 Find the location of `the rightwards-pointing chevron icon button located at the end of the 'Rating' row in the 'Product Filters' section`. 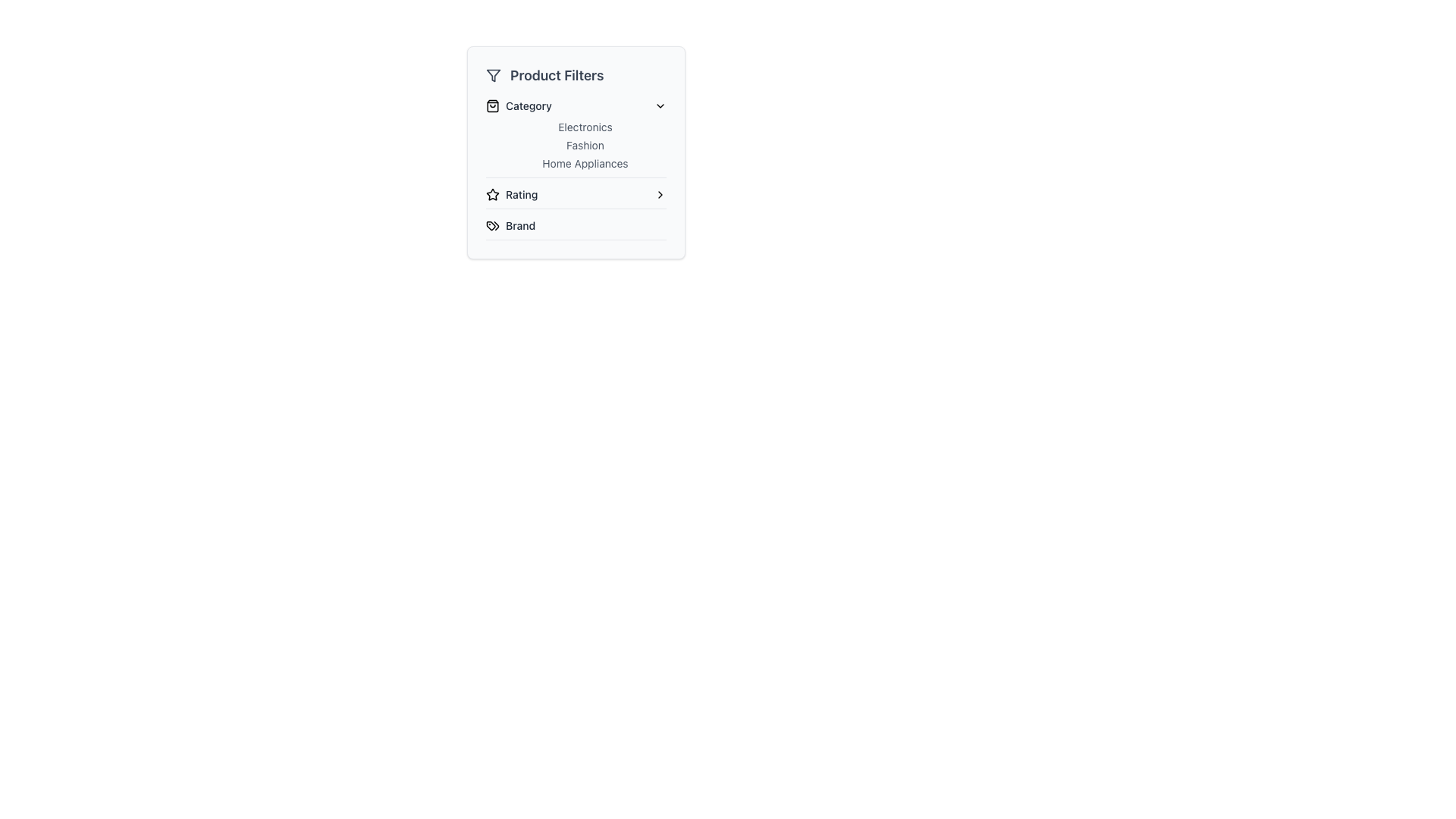

the rightwards-pointing chevron icon button located at the end of the 'Rating' row in the 'Product Filters' section is located at coordinates (660, 194).